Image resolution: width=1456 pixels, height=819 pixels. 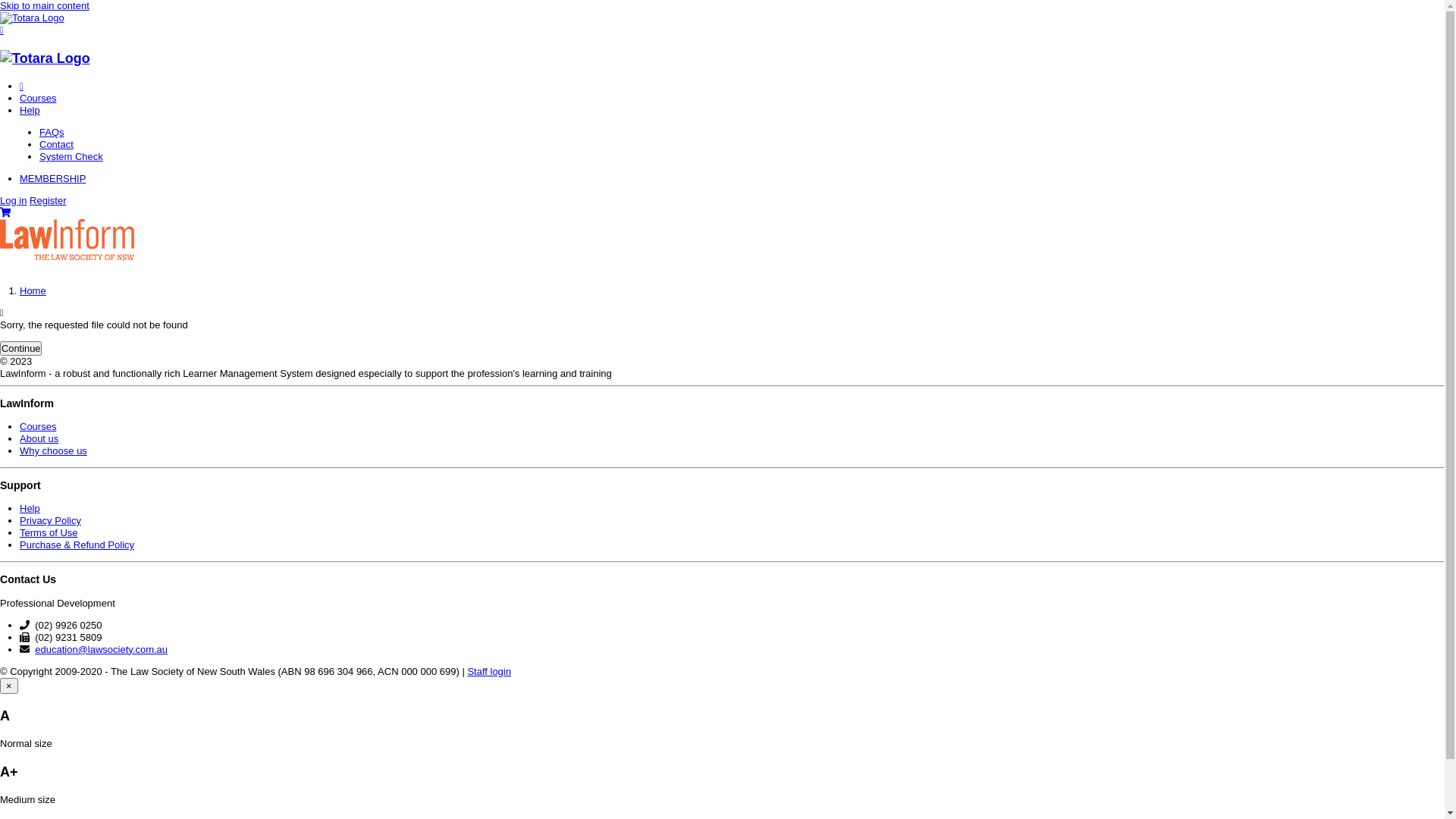 What do you see at coordinates (19, 519) in the screenshot?
I see `'Privacy Policy'` at bounding box center [19, 519].